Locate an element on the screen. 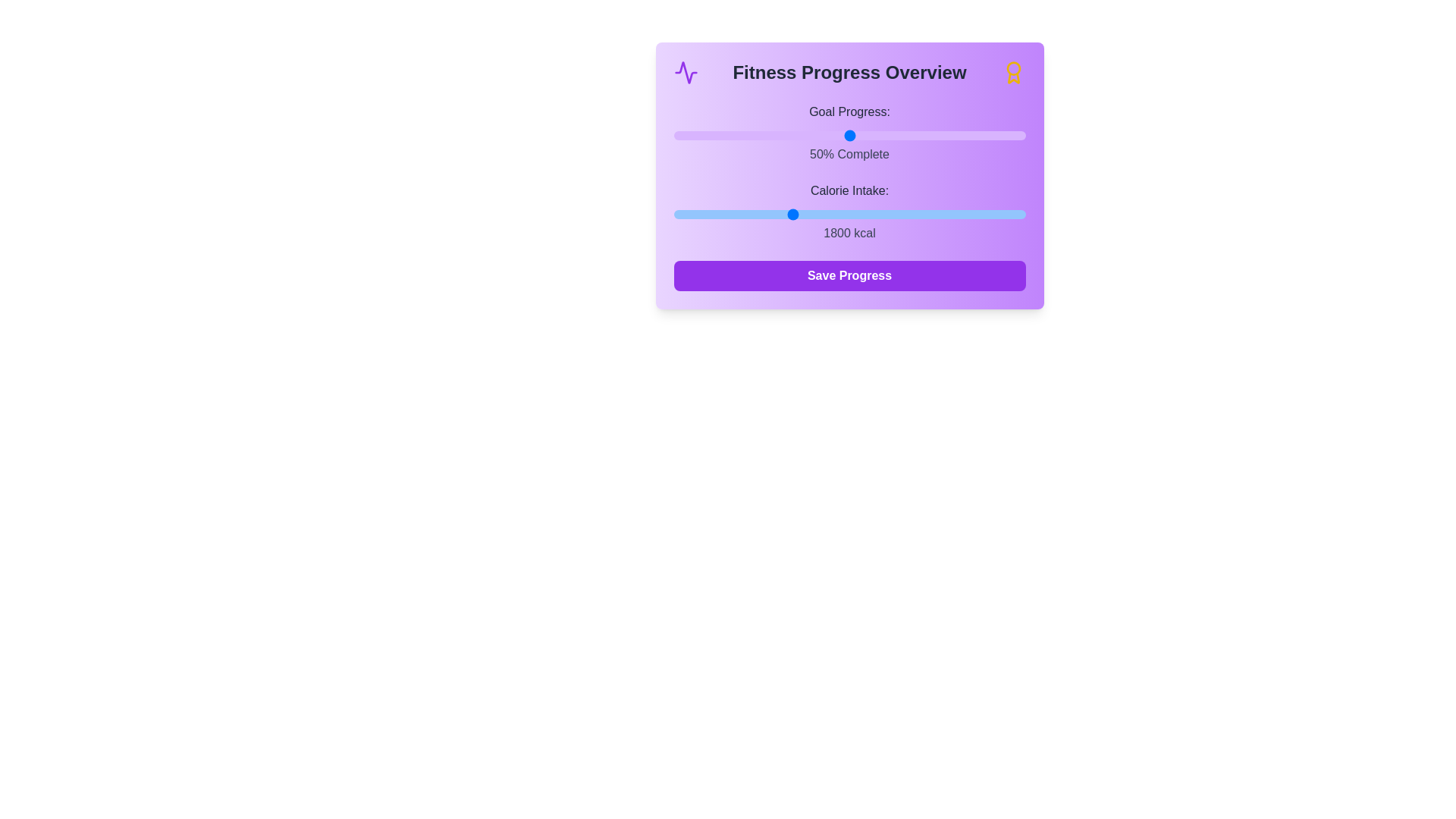 This screenshot has width=1456, height=819. the purple zigzag icon located to the left of the 'Fitness Progress Overview' text is located at coordinates (685, 73).